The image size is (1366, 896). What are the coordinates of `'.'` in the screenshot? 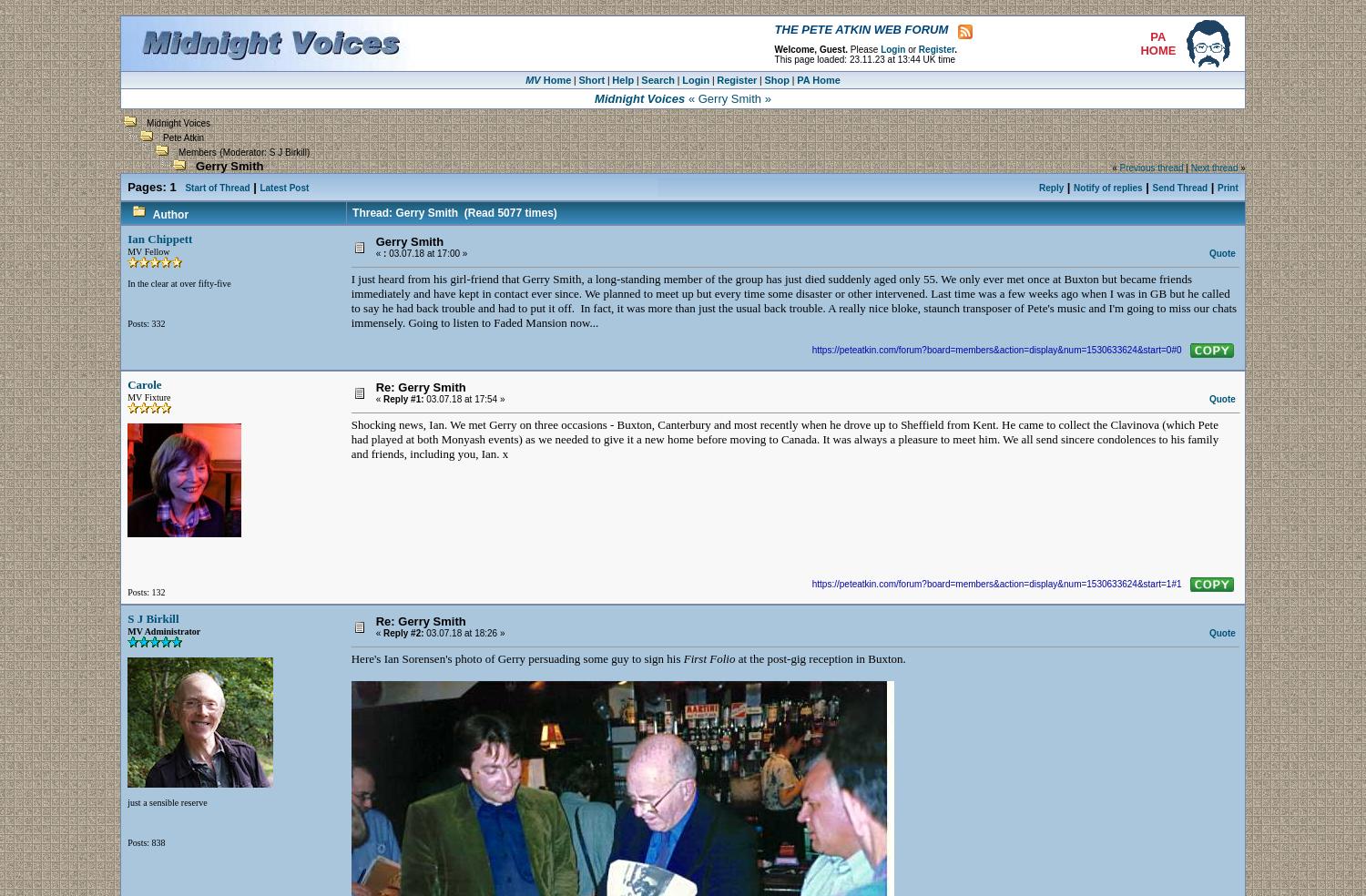 It's located at (955, 47).